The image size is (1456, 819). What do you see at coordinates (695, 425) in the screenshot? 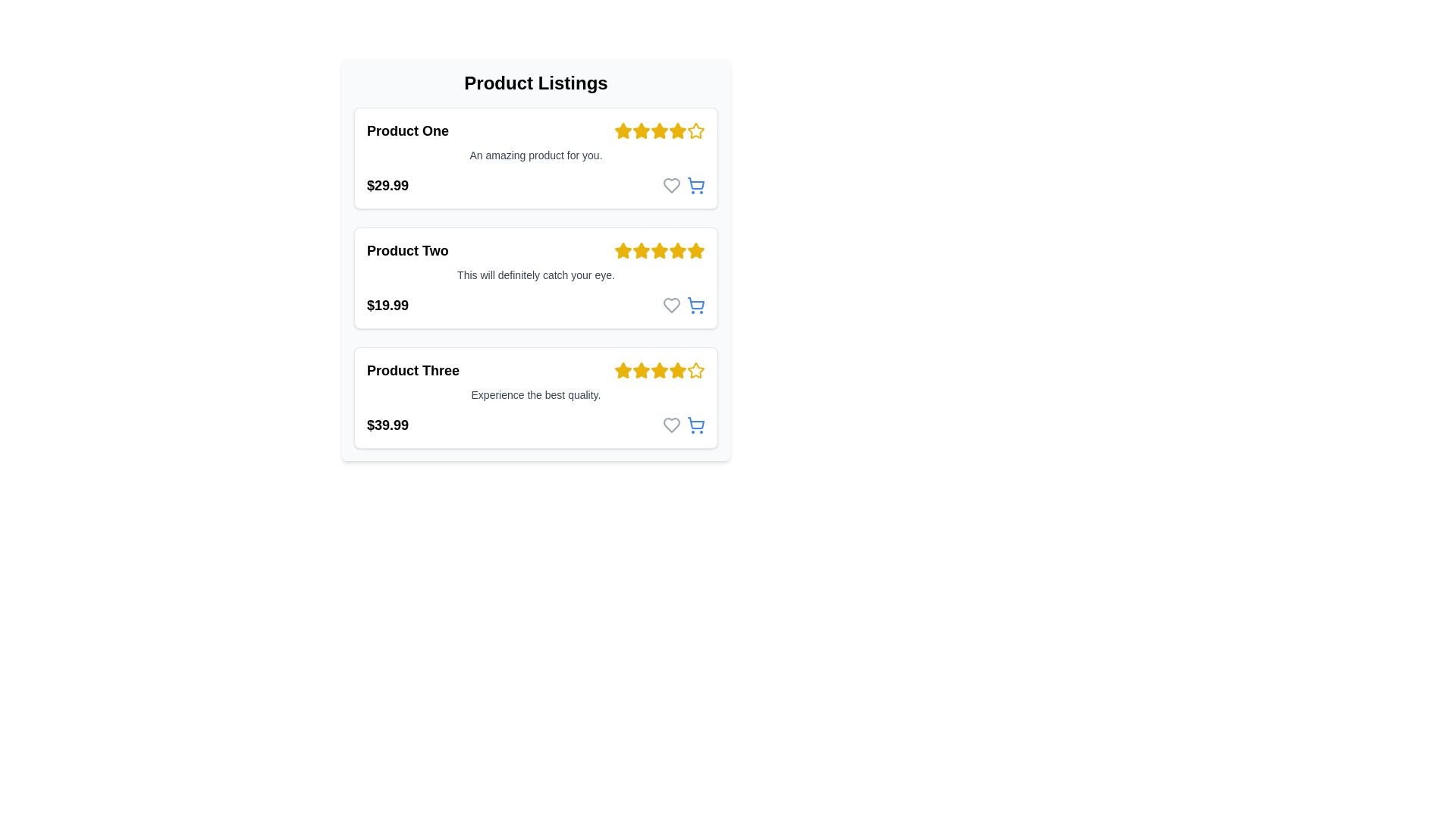
I see `the bright blue shopping cart icon located at the bottom-right corner of the 'Product Three' card` at bounding box center [695, 425].